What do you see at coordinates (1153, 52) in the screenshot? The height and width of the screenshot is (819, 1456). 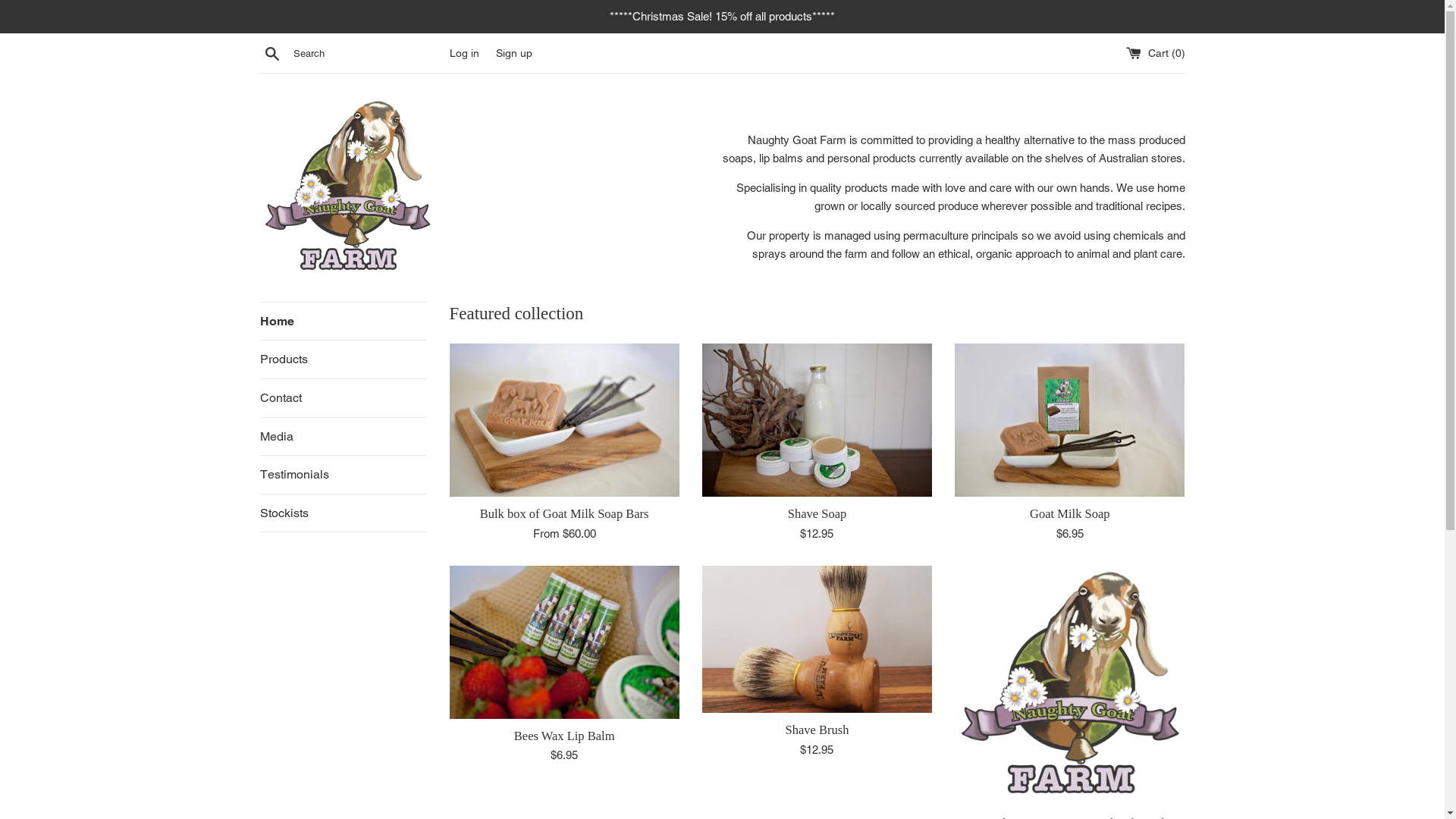 I see `'Cart (0)'` at bounding box center [1153, 52].